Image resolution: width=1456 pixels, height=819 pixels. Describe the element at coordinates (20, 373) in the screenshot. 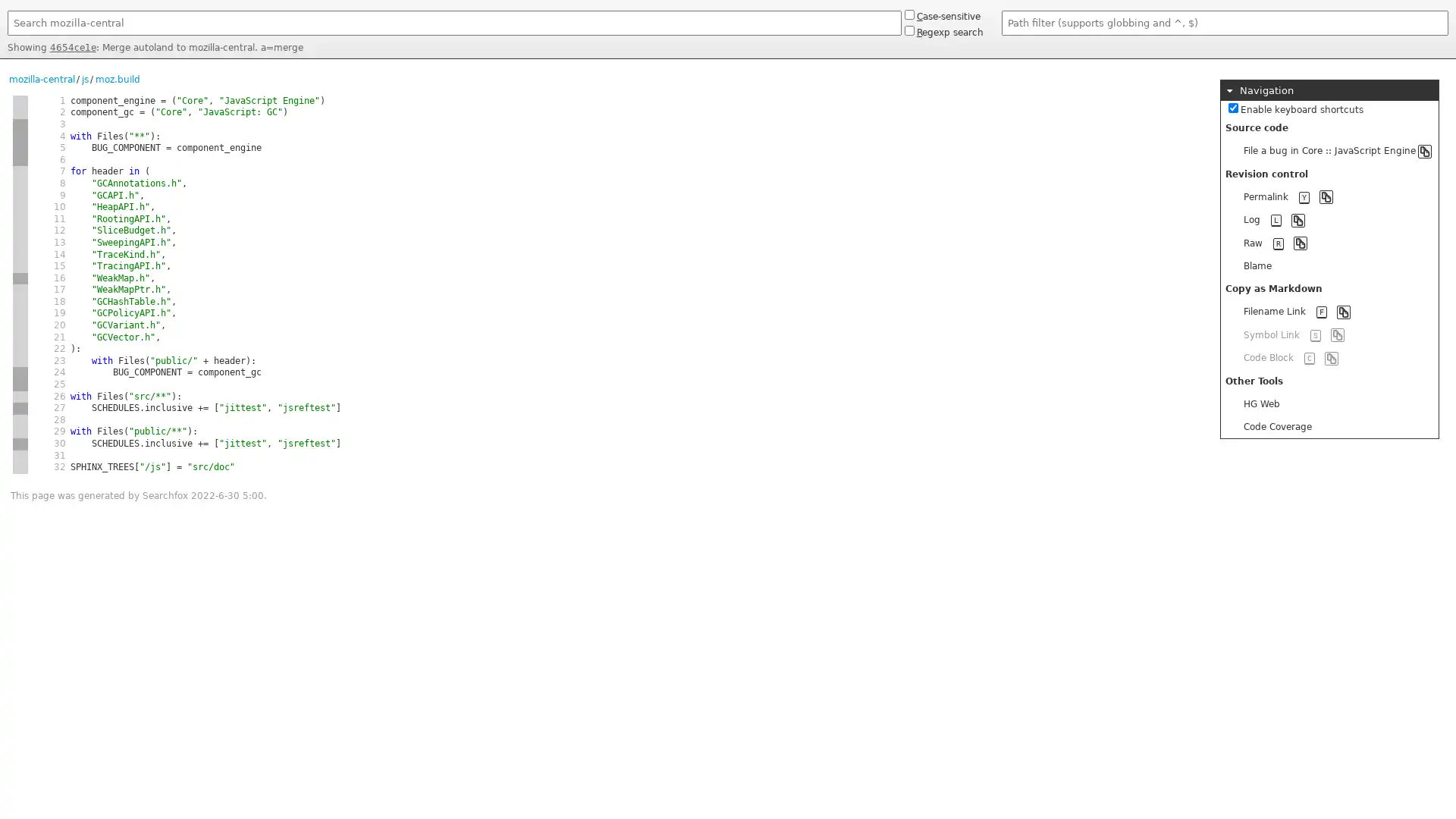

I see `new hash 2` at that location.